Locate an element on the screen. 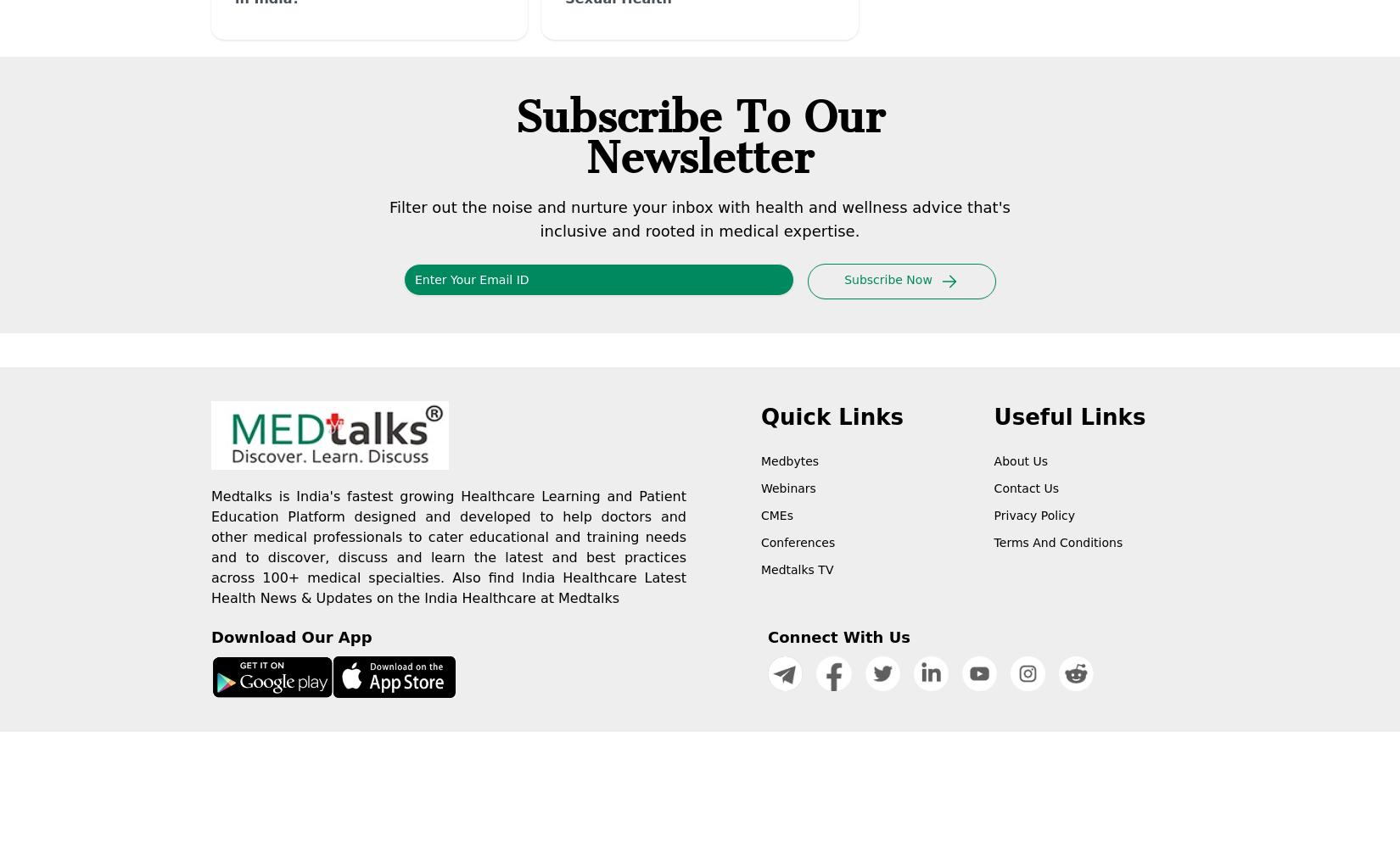 This screenshot has width=1400, height=848. 'Medbytes' is located at coordinates (789, 460).